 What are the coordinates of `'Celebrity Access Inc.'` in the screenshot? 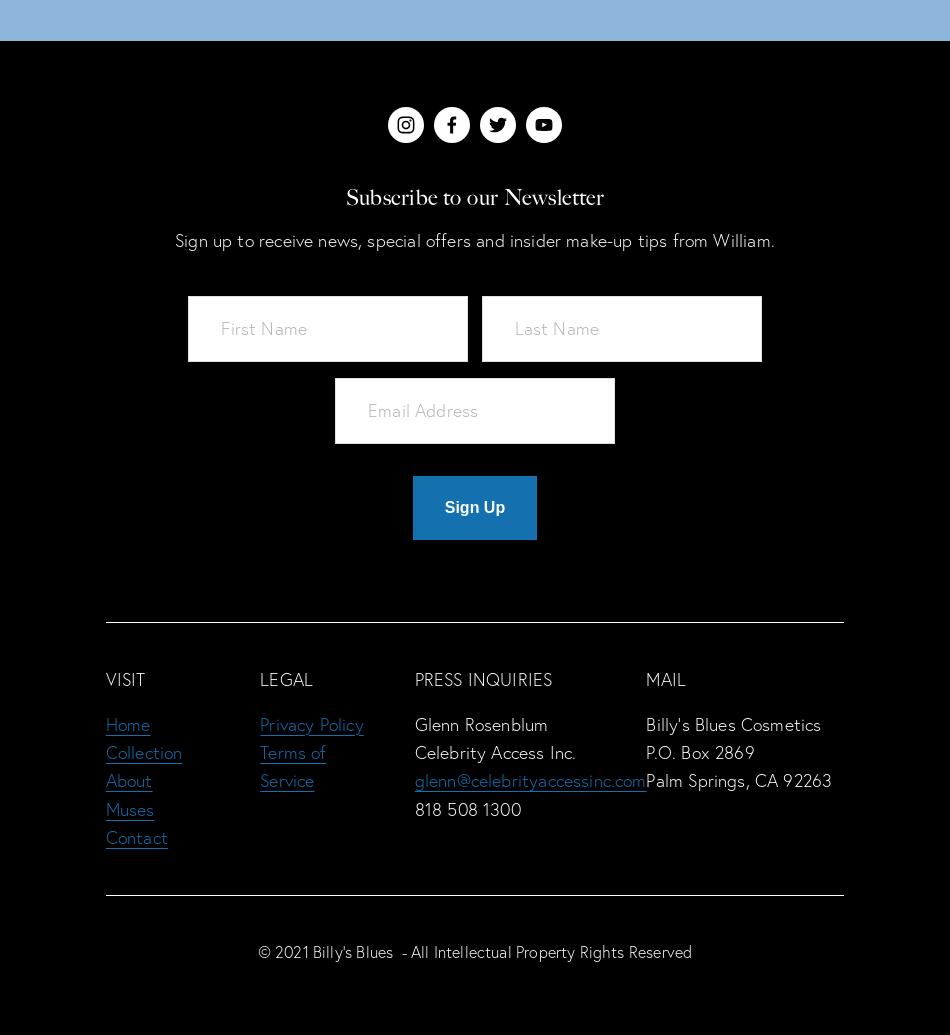 It's located at (413, 750).